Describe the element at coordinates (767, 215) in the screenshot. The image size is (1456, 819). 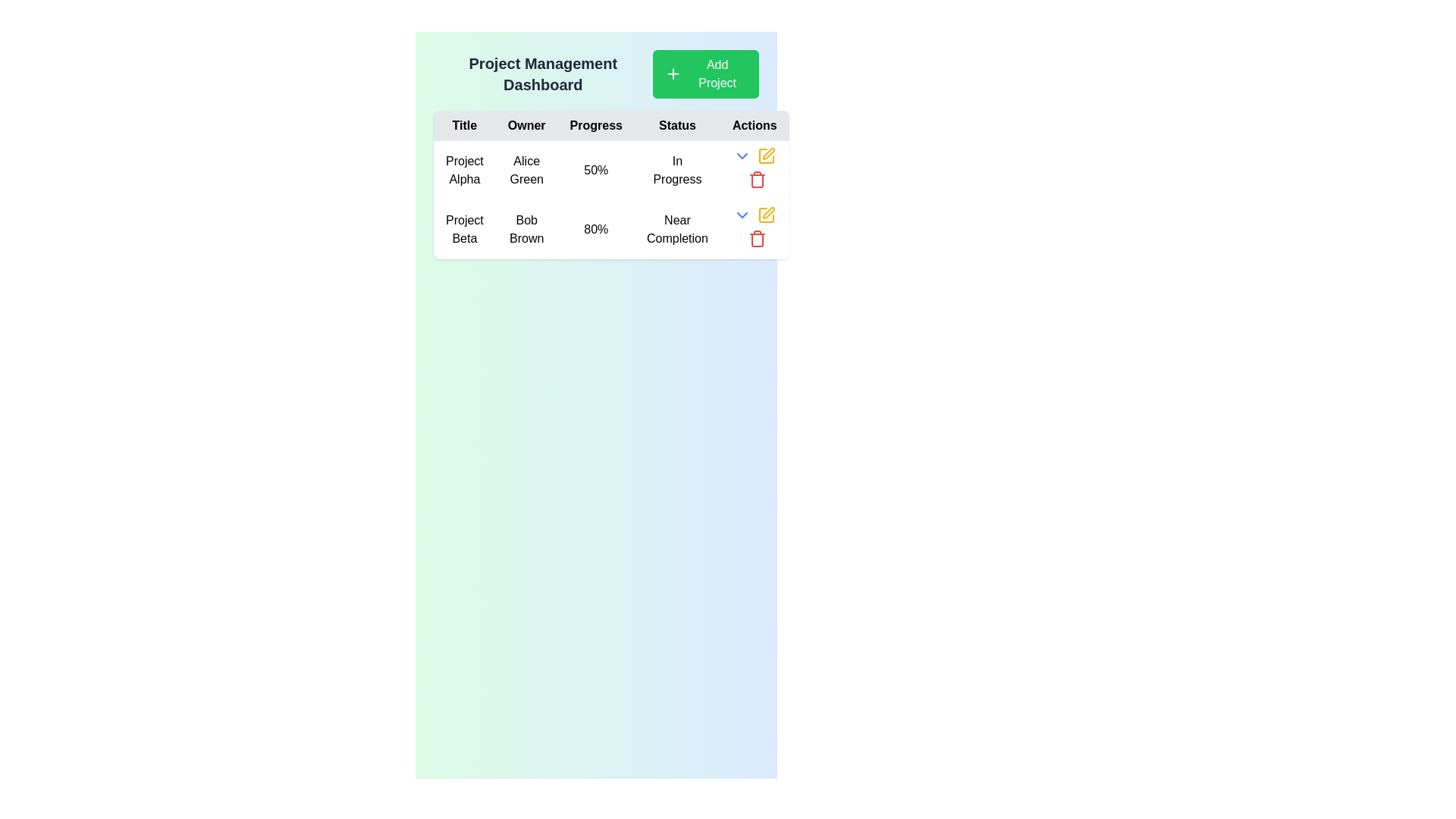
I see `the pen-shaped icon located in the 'Actions' column of the second row of the table` at that location.